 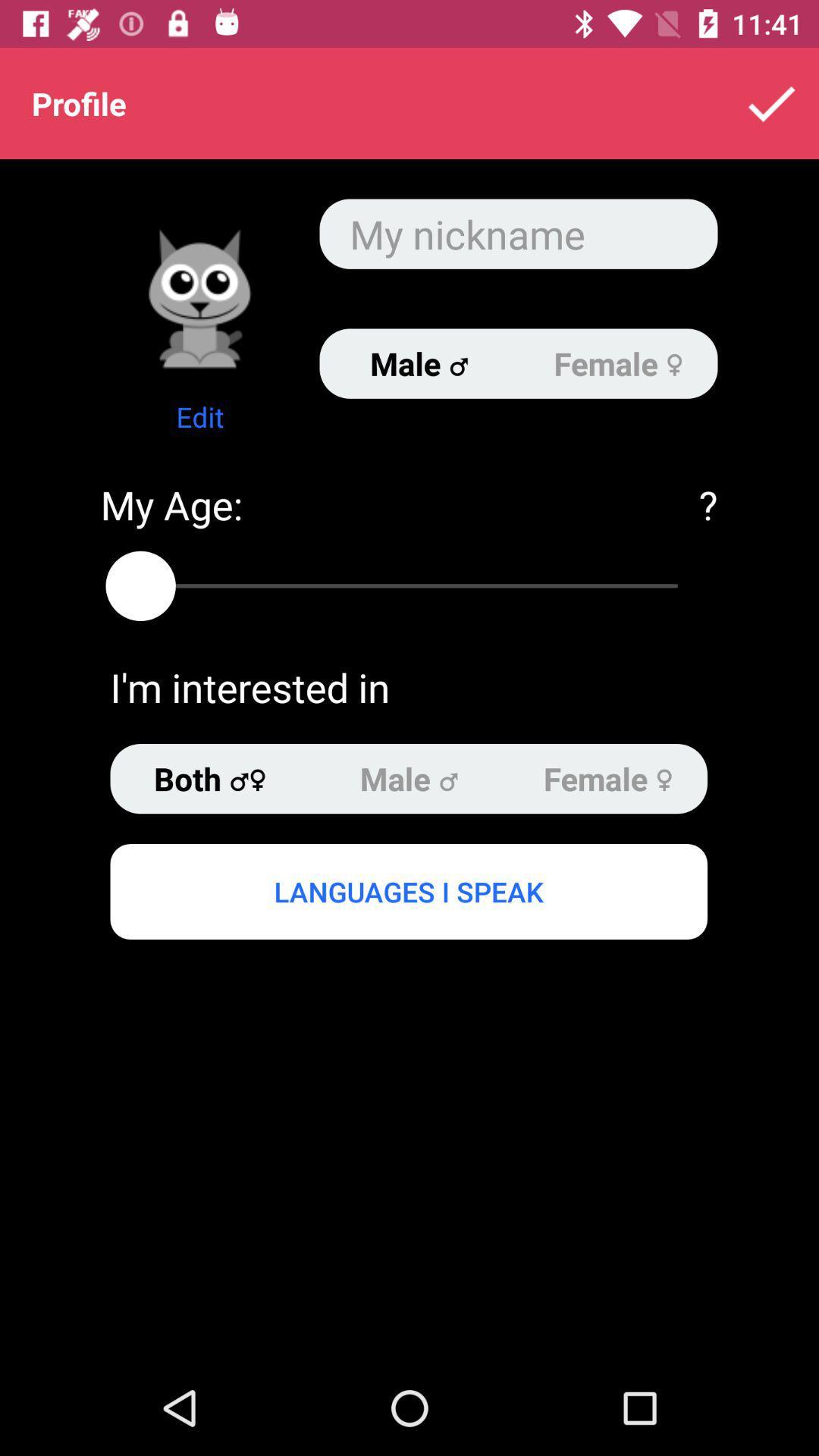 What do you see at coordinates (199, 416) in the screenshot?
I see `item above the my age: icon` at bounding box center [199, 416].